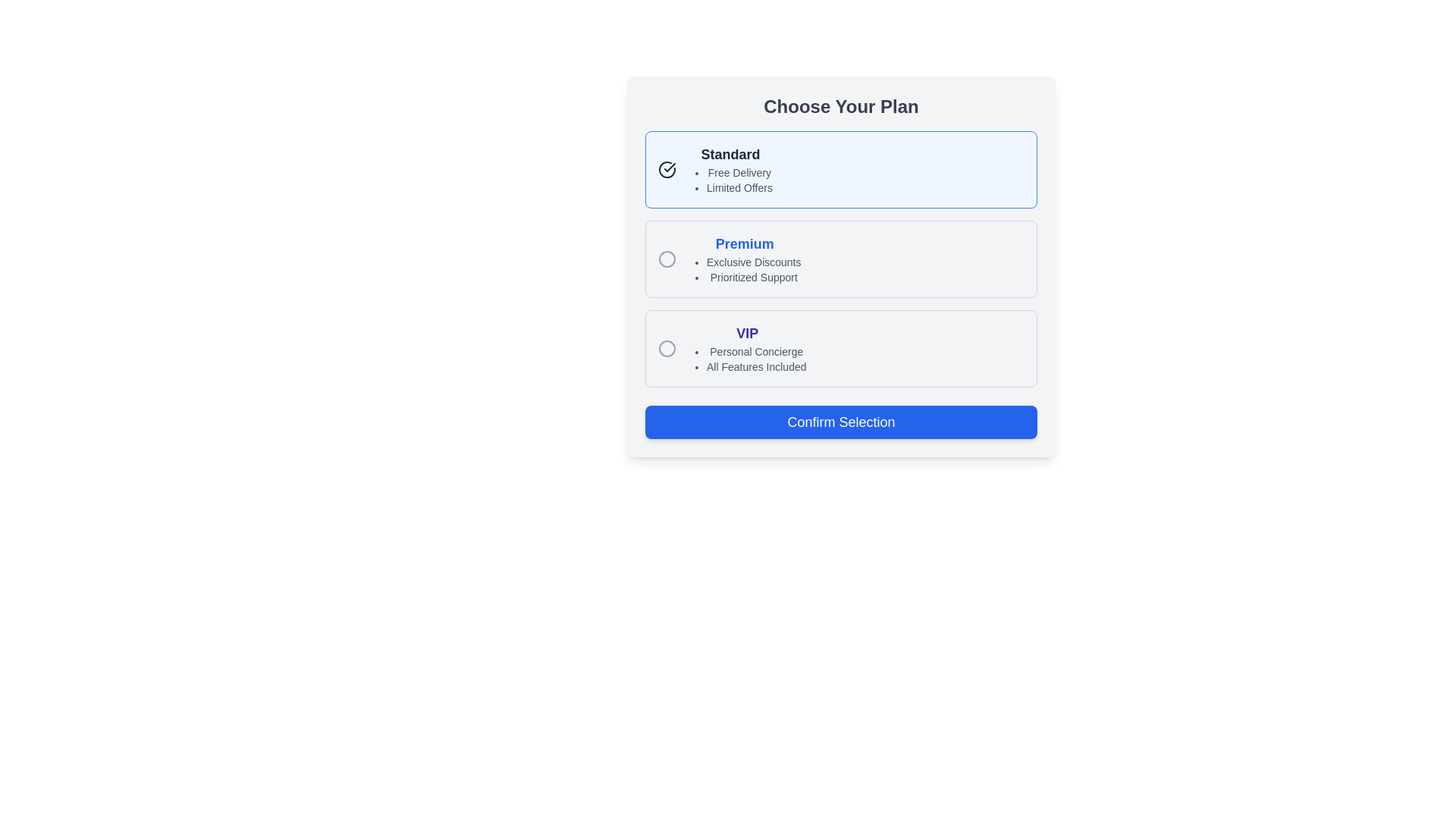 This screenshot has width=1456, height=819. Describe the element at coordinates (669, 167) in the screenshot. I see `the checkmark SVG icon located to the left of the 'Standard' text label in the 'Choose Your Plan' section` at that location.